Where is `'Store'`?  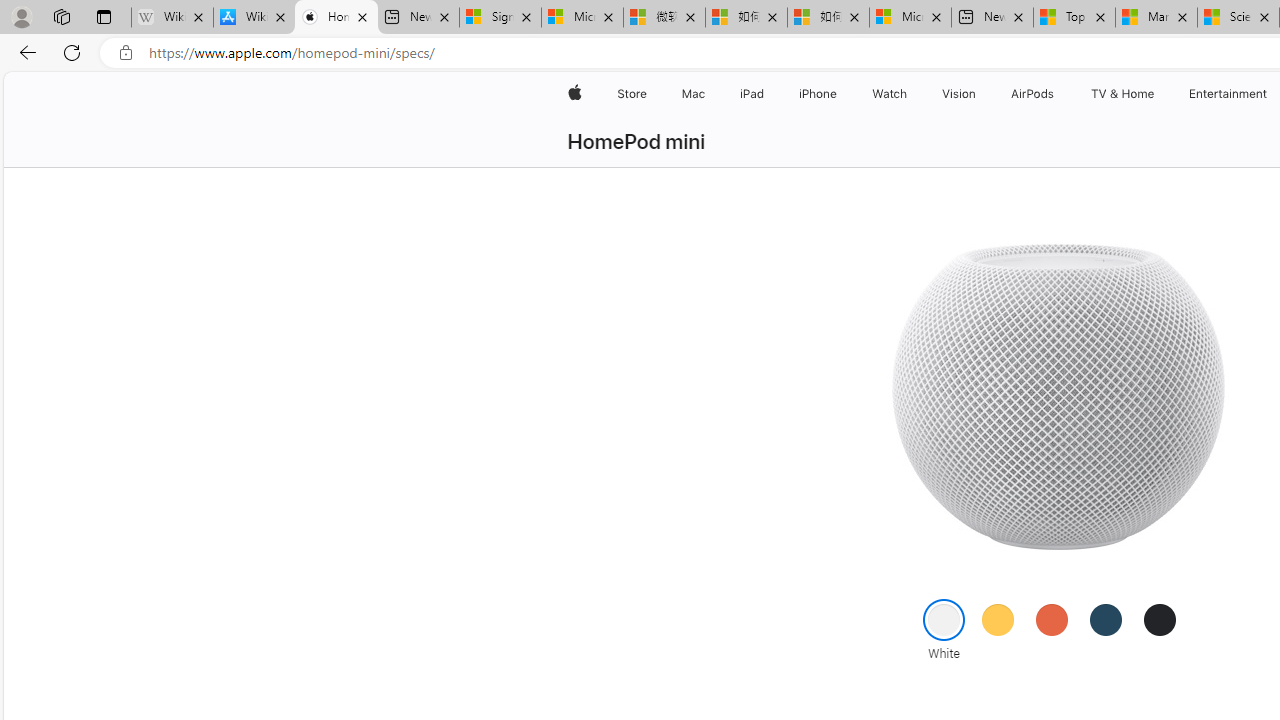
'Store' is located at coordinates (630, 93).